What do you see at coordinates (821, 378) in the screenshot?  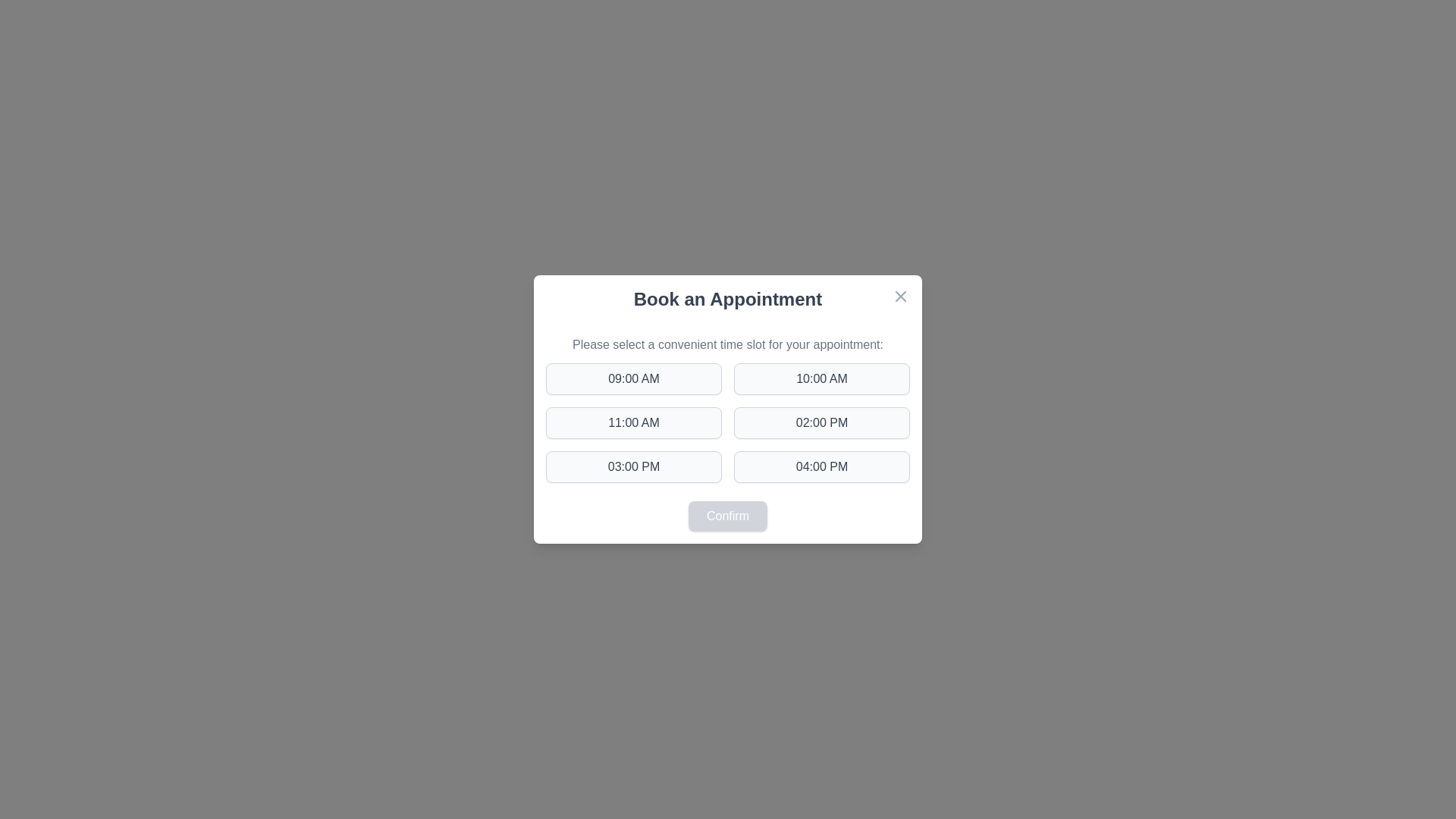 I see `the time slot button labeled 10:00 AM` at bounding box center [821, 378].